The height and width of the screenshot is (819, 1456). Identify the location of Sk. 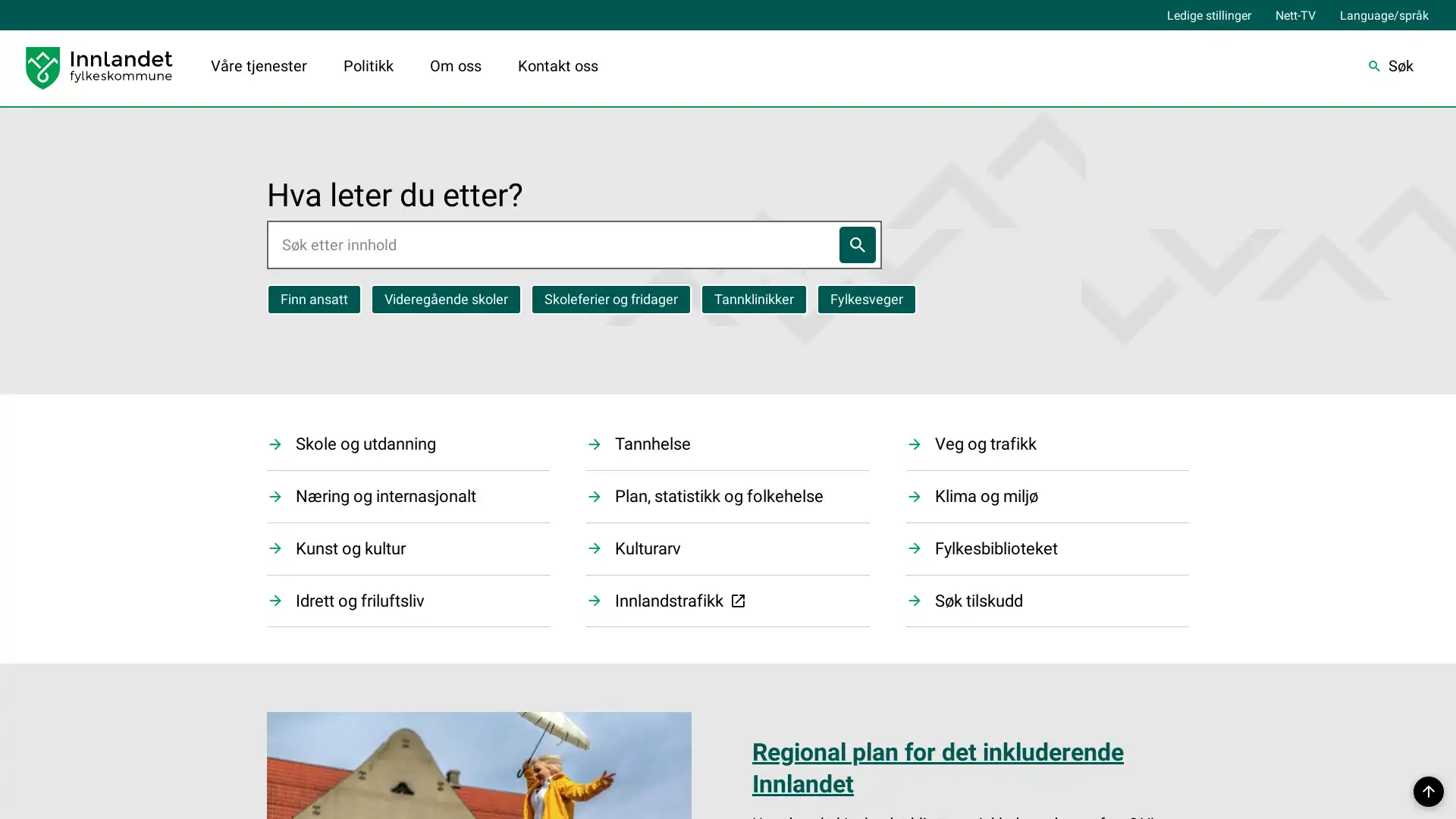
(856, 243).